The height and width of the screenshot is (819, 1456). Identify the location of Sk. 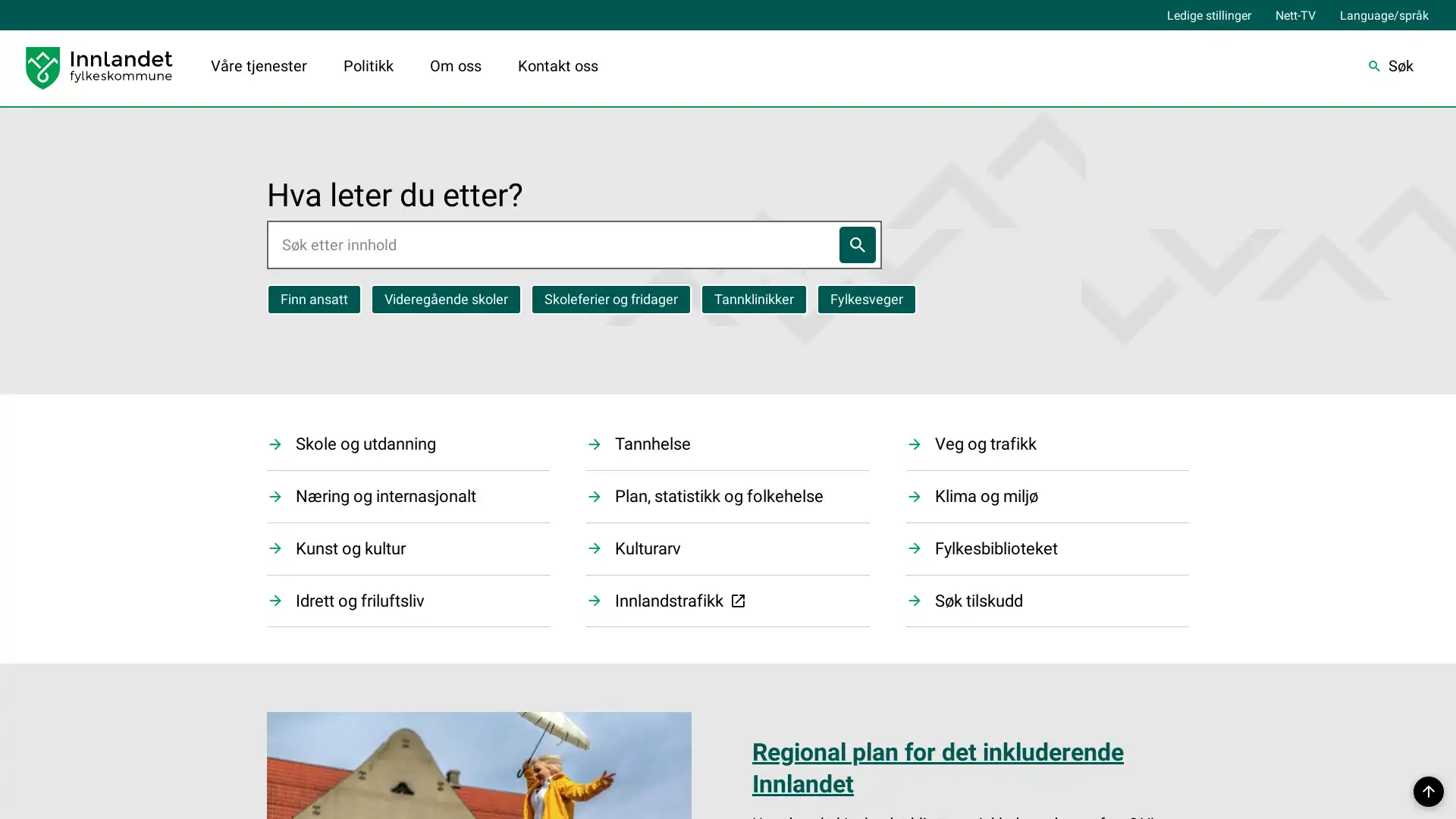
(856, 243).